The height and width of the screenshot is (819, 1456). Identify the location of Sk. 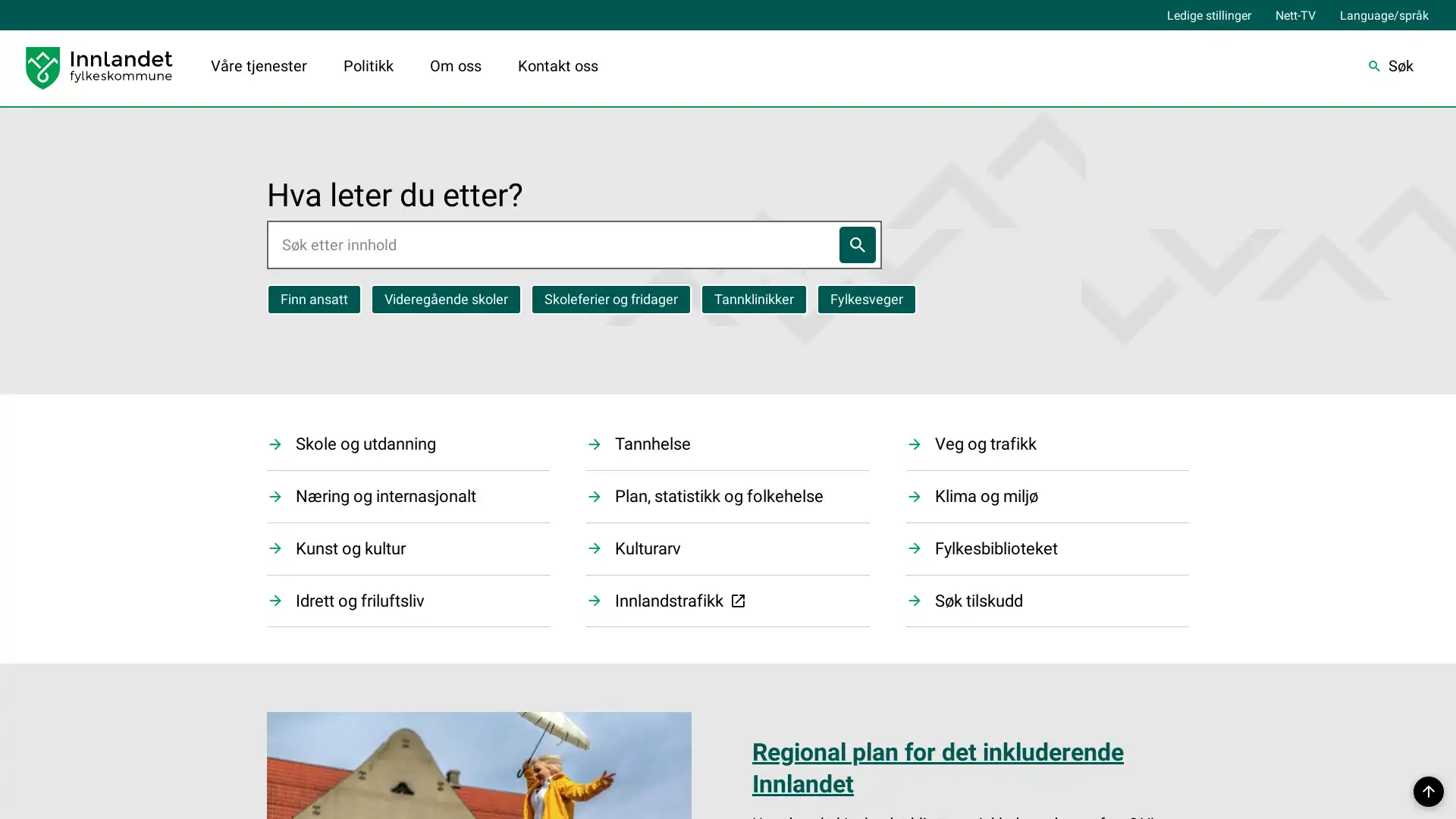
(856, 243).